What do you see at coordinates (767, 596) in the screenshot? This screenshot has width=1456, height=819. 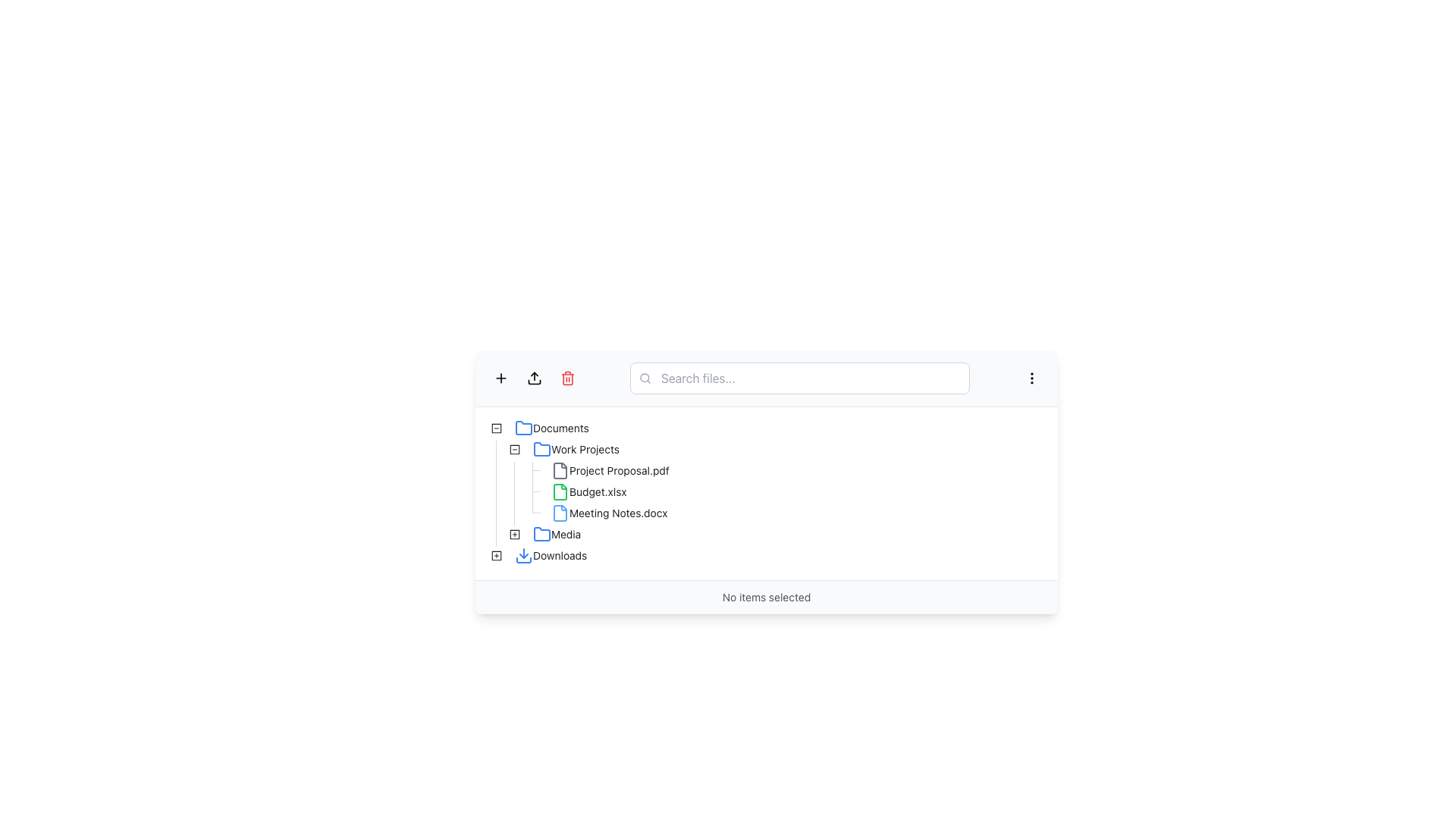 I see `the text label displaying 'No items selected' which is styled with a light gray background and located at the bottom of the panel` at bounding box center [767, 596].